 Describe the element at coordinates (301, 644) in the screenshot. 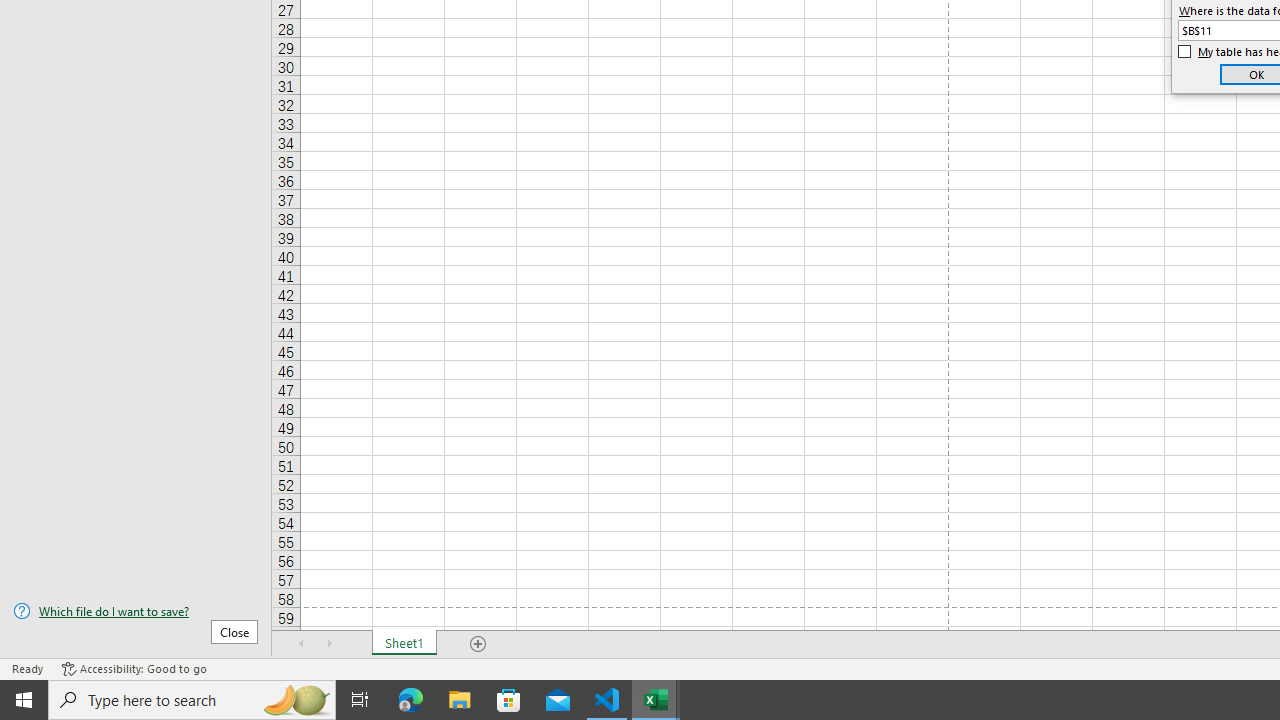

I see `'Scroll Left'` at that location.